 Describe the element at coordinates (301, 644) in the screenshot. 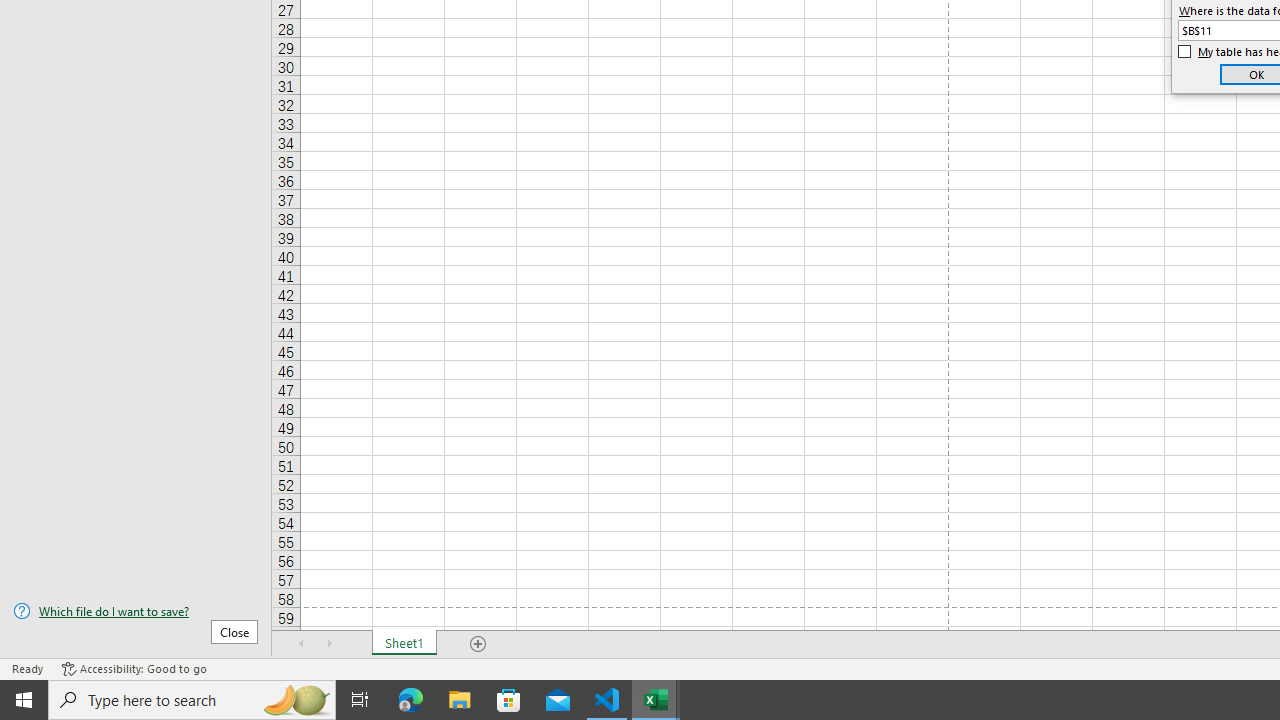

I see `'Scroll Left'` at that location.